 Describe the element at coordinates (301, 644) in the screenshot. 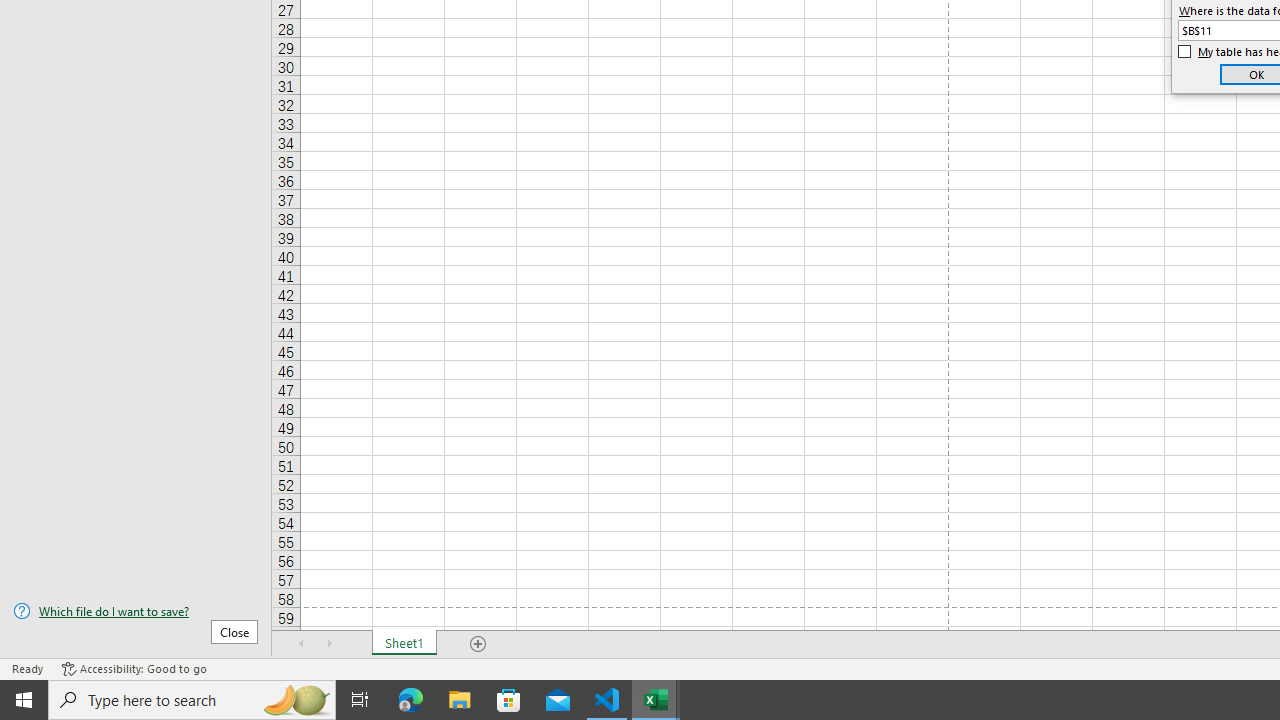

I see `'Scroll Left'` at that location.